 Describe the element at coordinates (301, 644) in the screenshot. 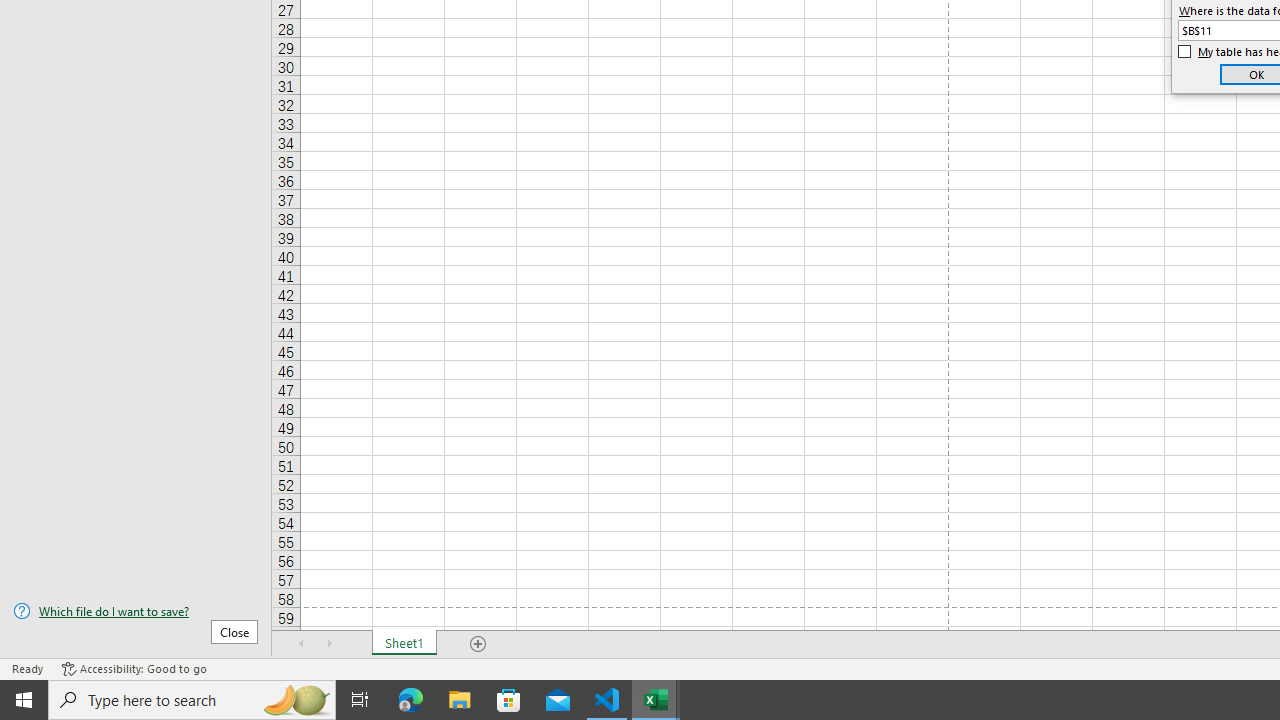

I see `'Scroll Left'` at that location.